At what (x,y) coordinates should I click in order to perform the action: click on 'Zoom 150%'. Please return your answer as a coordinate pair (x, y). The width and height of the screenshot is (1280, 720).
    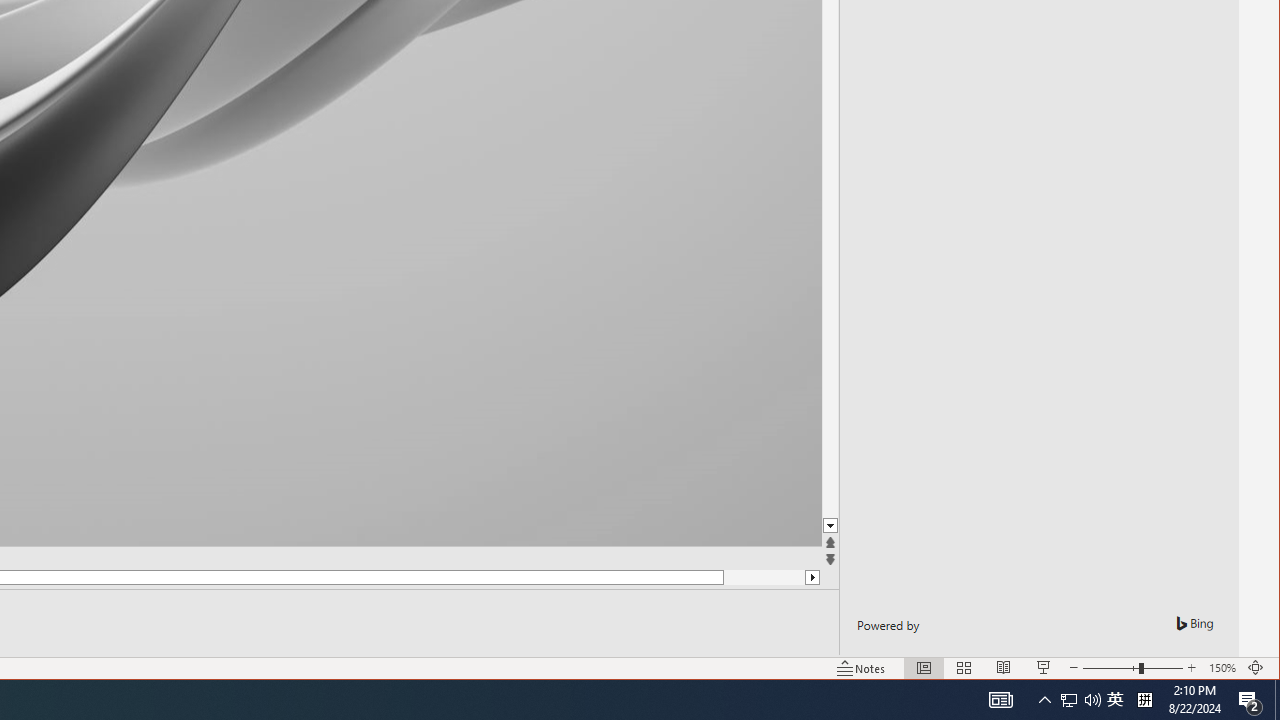
    Looking at the image, I should click on (1221, 668).